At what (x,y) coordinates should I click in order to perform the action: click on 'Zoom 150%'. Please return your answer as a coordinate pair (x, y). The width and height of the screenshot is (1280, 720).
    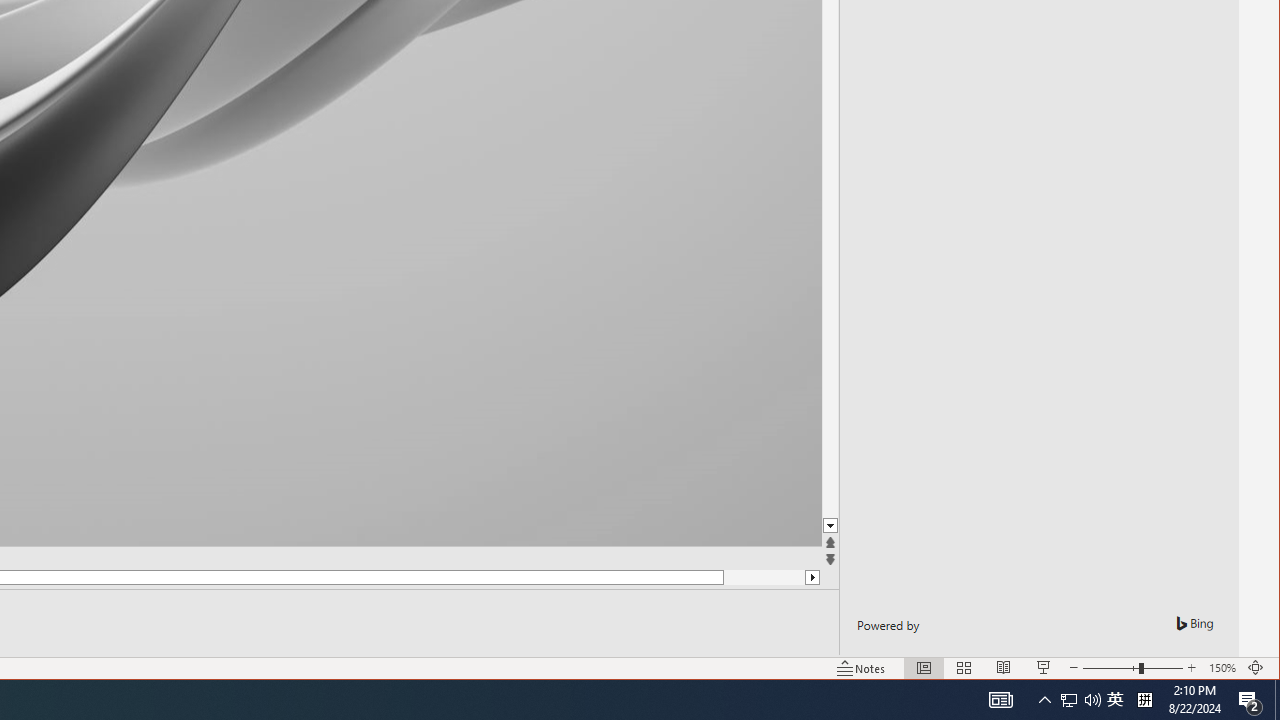
    Looking at the image, I should click on (1221, 668).